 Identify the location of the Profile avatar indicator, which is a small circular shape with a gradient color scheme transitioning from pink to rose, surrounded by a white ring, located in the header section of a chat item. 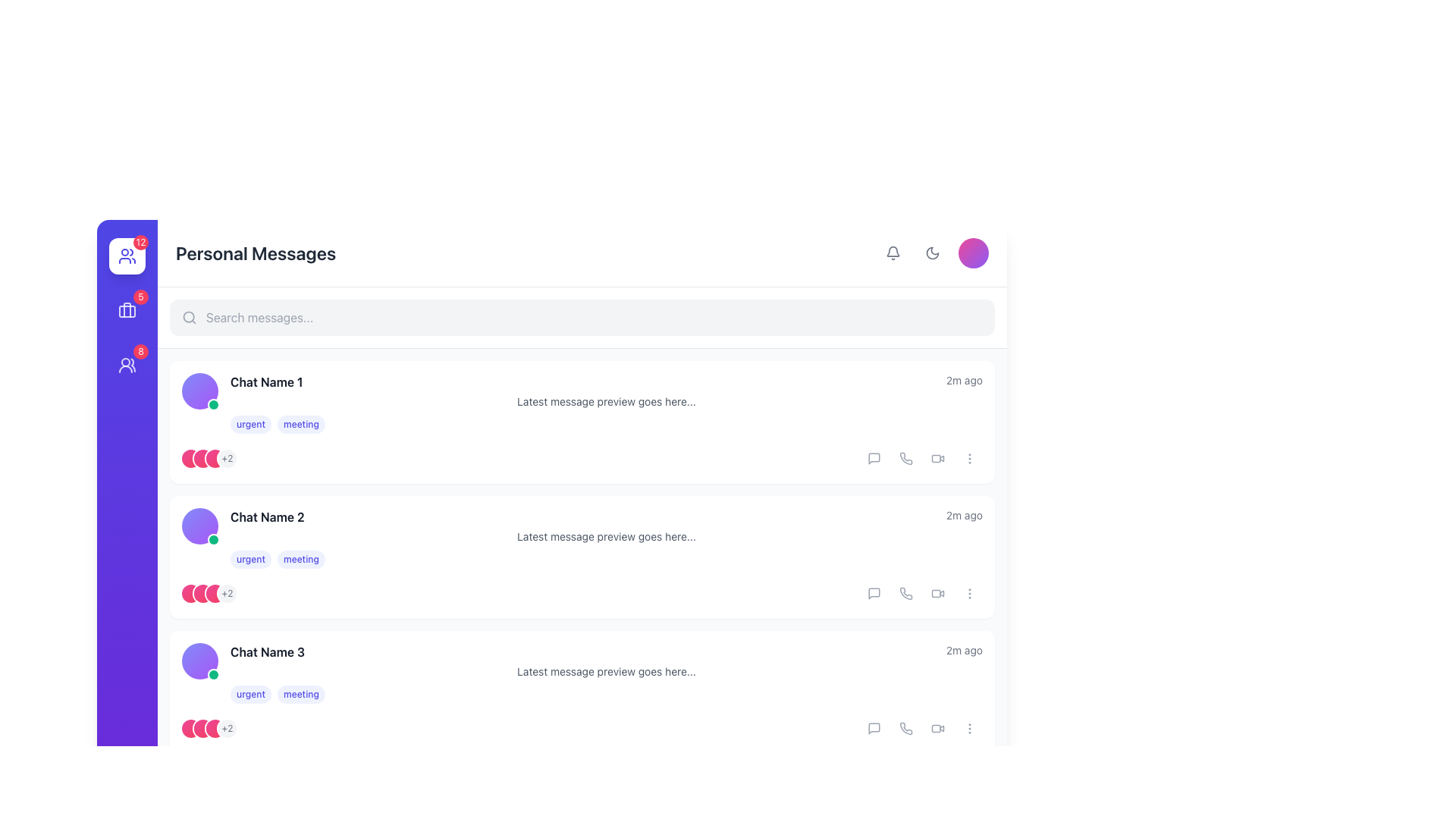
(214, 458).